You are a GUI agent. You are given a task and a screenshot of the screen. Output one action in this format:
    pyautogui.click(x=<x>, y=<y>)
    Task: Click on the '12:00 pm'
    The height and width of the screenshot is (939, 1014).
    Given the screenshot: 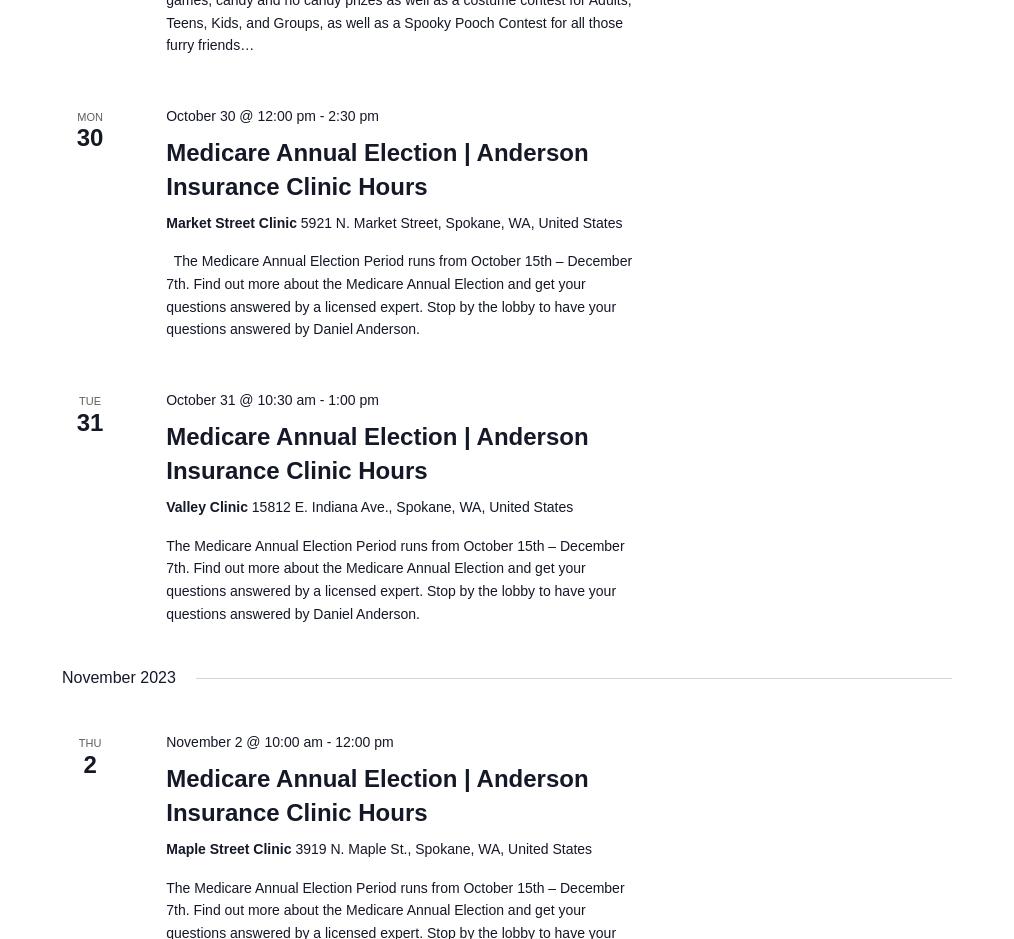 What is the action you would take?
    pyautogui.click(x=363, y=741)
    